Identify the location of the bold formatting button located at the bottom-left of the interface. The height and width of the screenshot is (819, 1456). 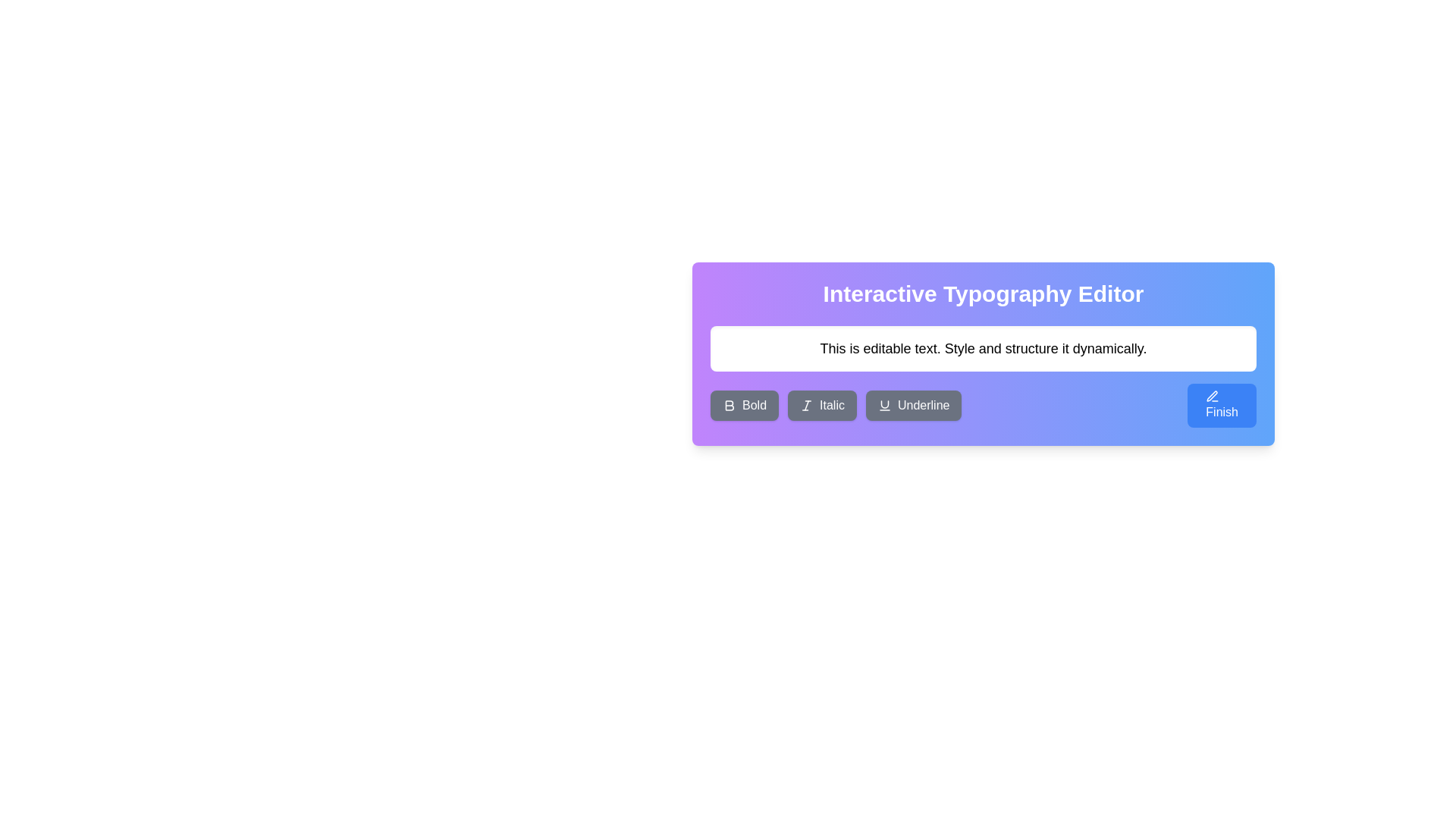
(745, 405).